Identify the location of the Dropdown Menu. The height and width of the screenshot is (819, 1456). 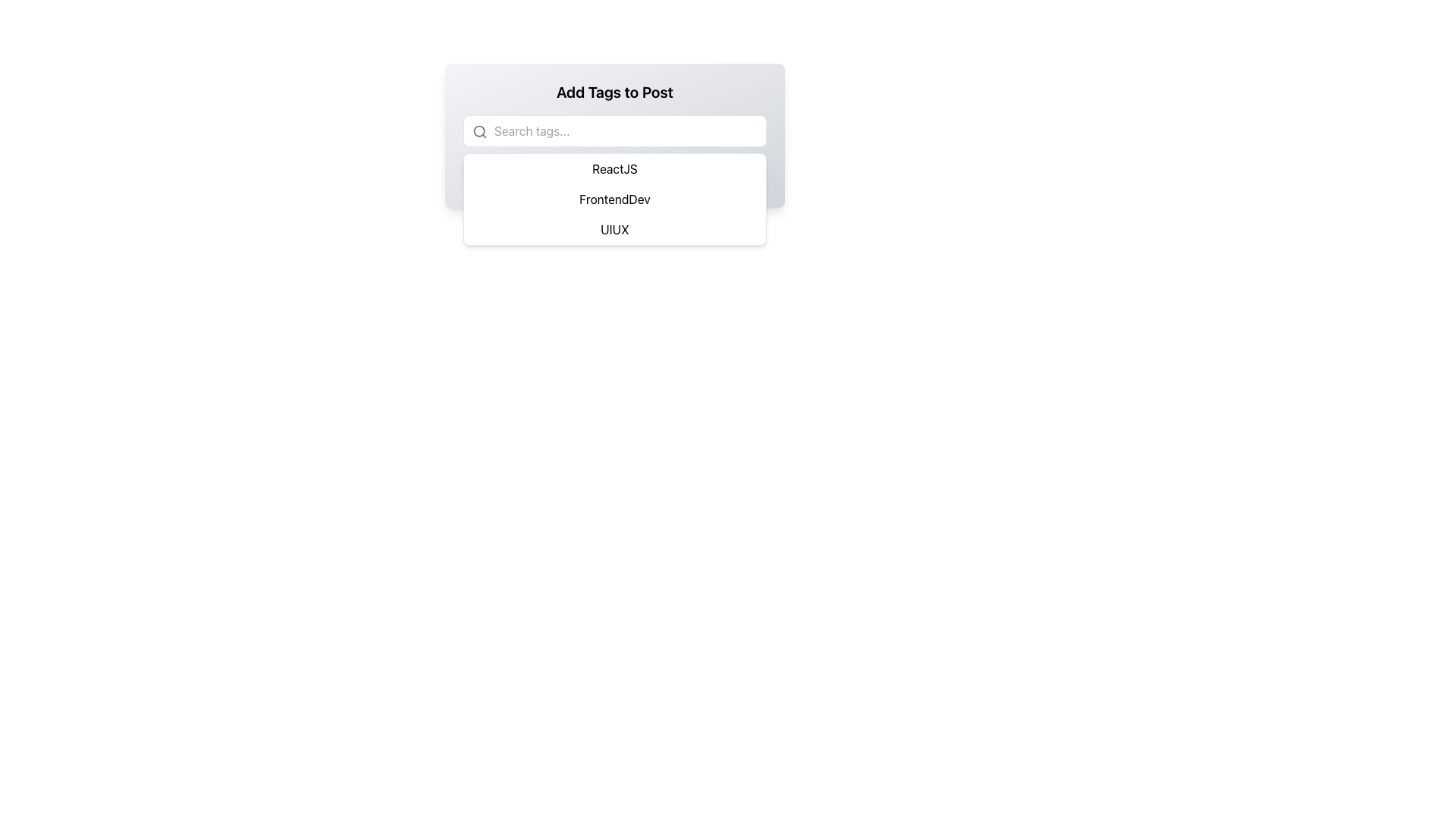
(615, 198).